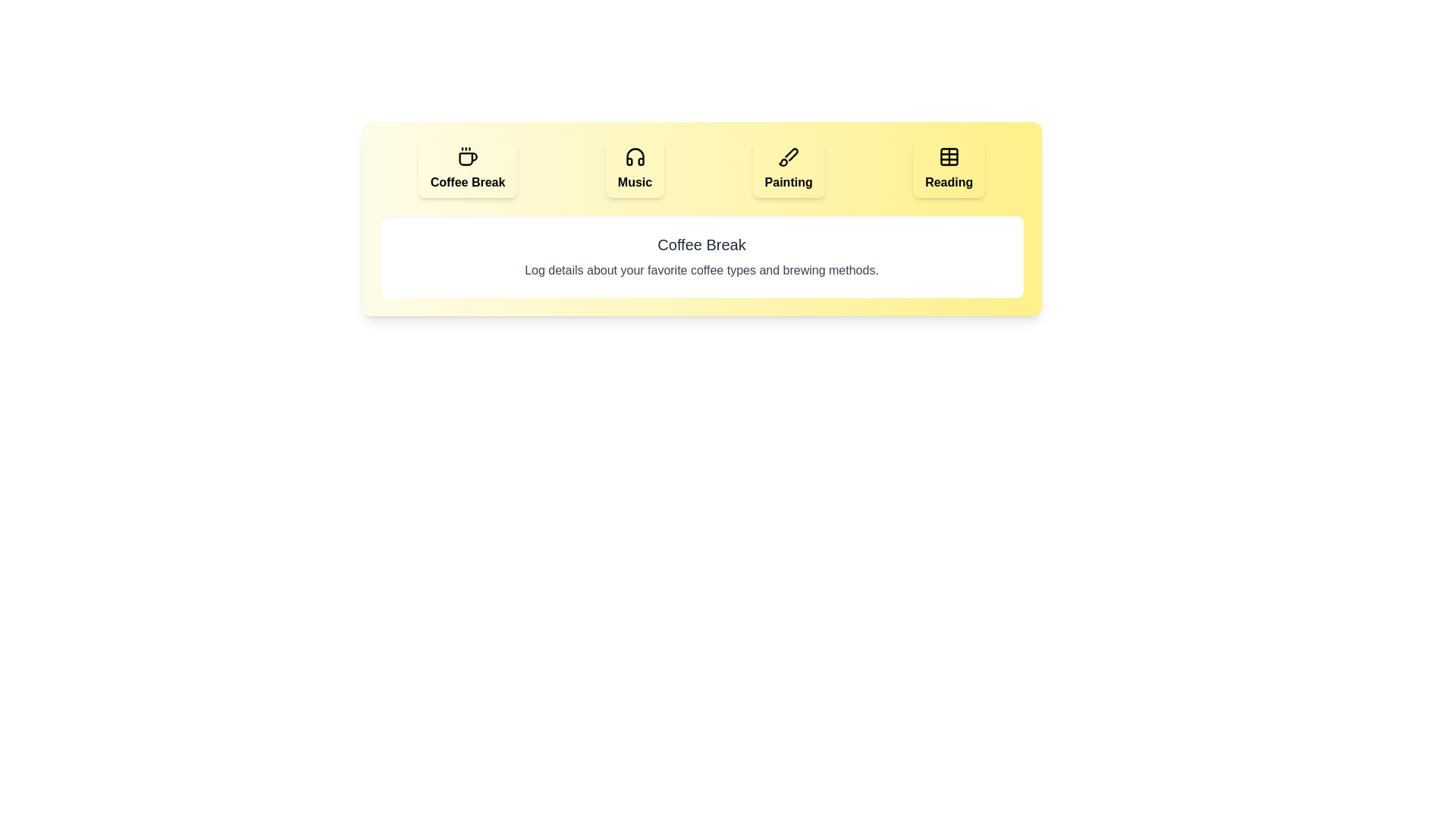  What do you see at coordinates (467, 157) in the screenshot?
I see `the coffee cup SVG icon with steam lines that is part of the 'Coffee Break' selection button` at bounding box center [467, 157].